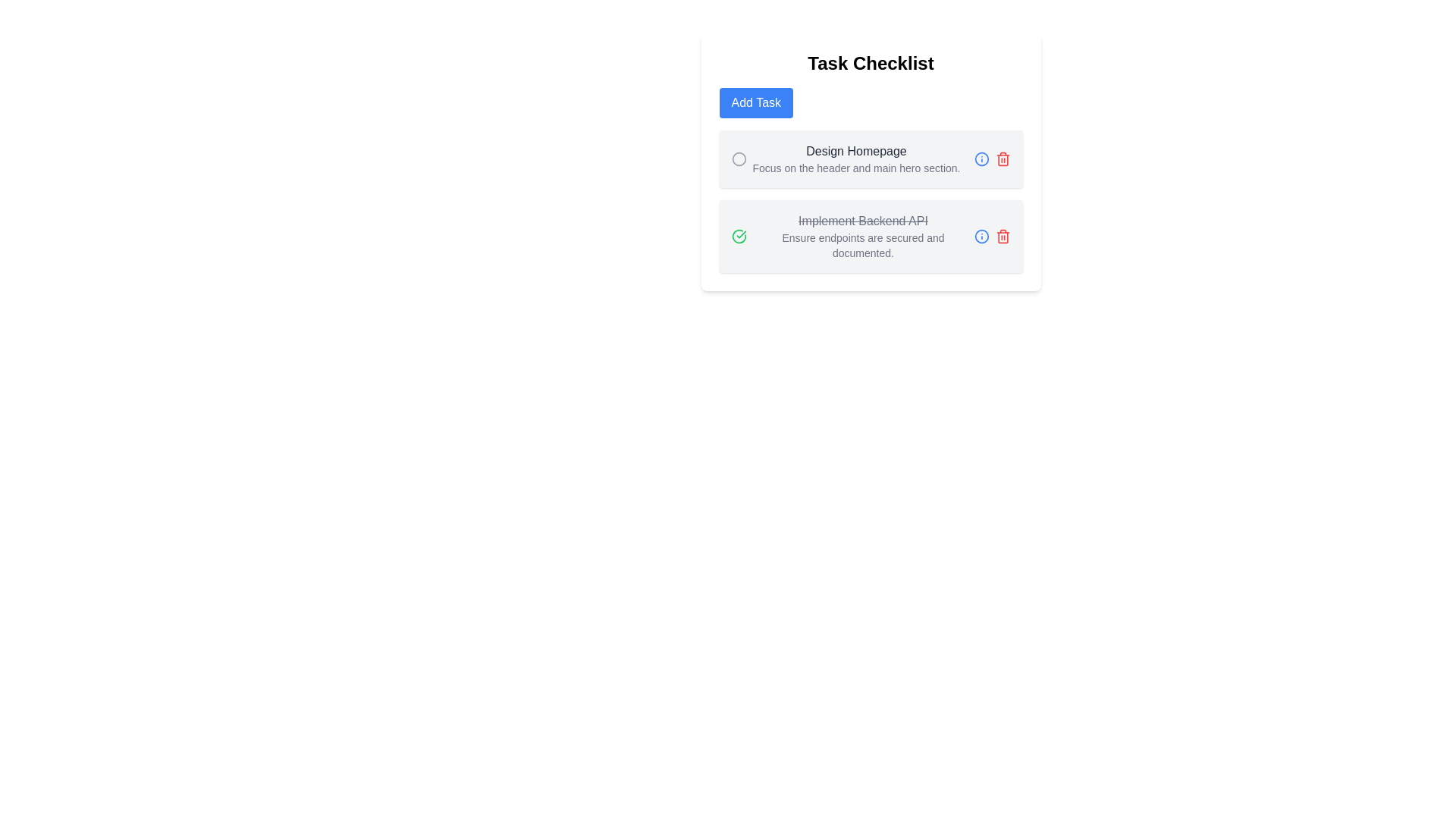 Image resolution: width=1456 pixels, height=819 pixels. I want to click on the interactive icon at the leftmost side of the task item labeled 'Design Homepage', so click(739, 158).